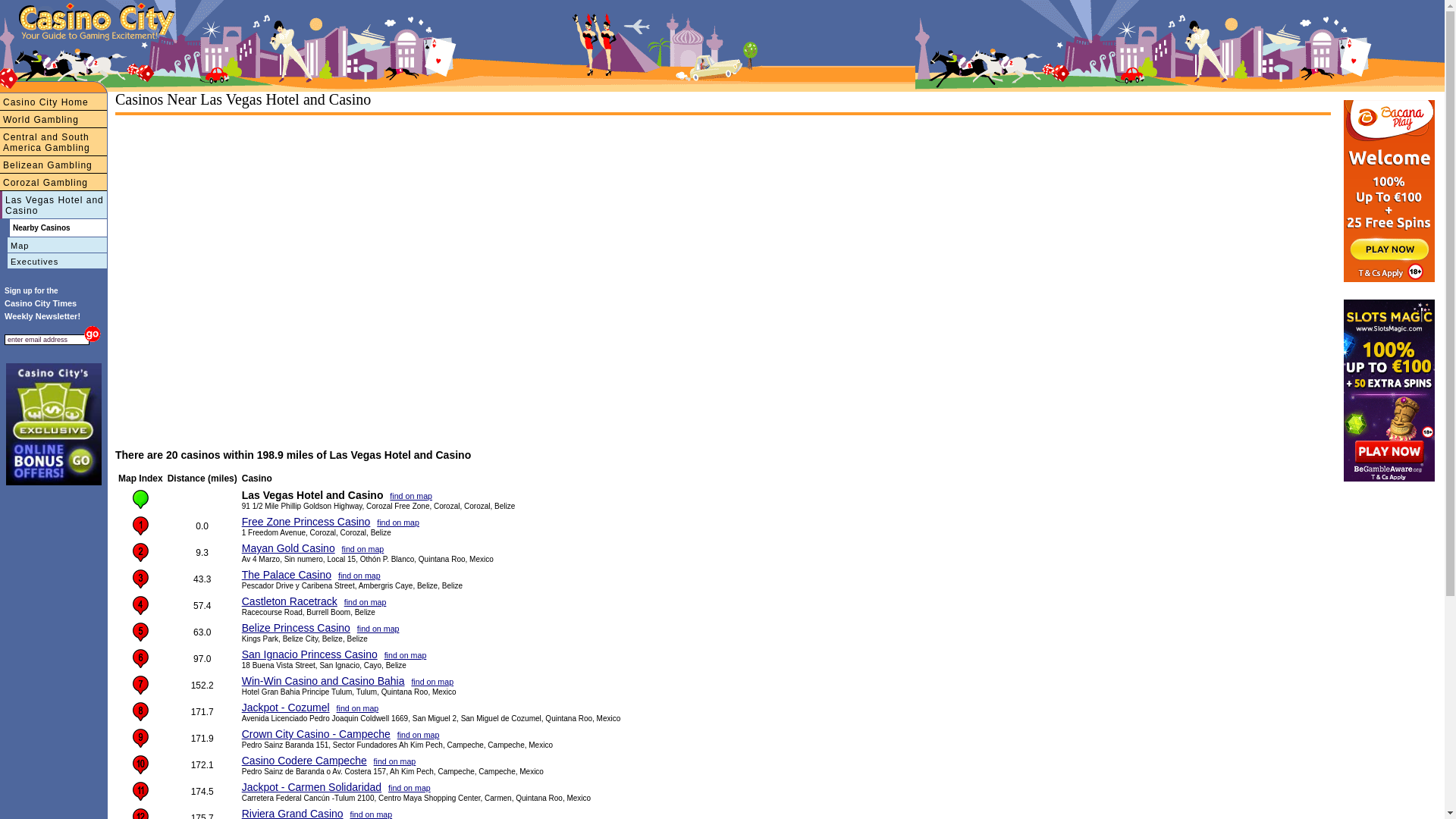 Image resolution: width=1456 pixels, height=819 pixels. What do you see at coordinates (397, 522) in the screenshot?
I see `'find on map'` at bounding box center [397, 522].